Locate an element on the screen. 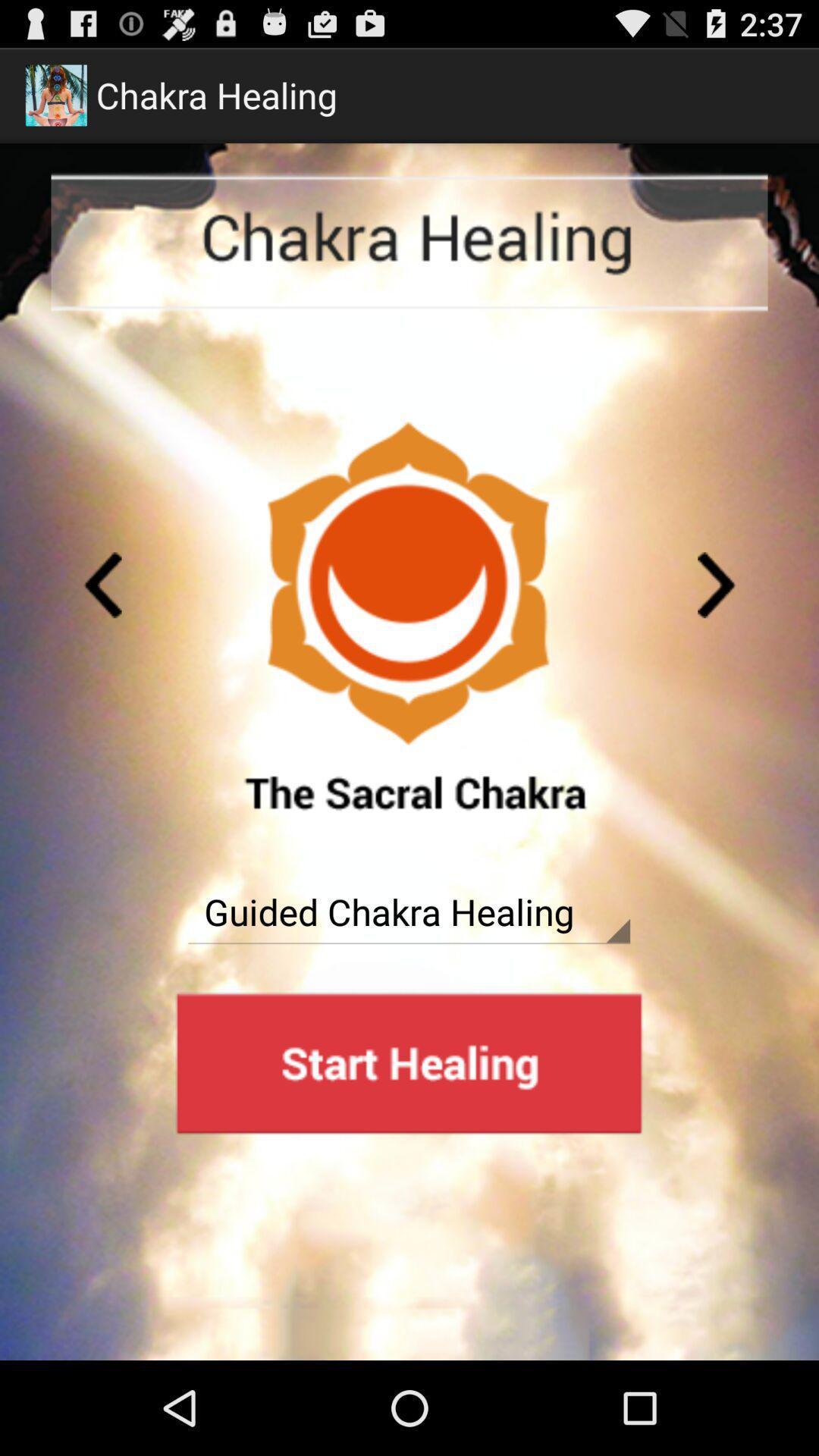 Image resolution: width=819 pixels, height=1456 pixels. lleft is located at coordinates (717, 584).